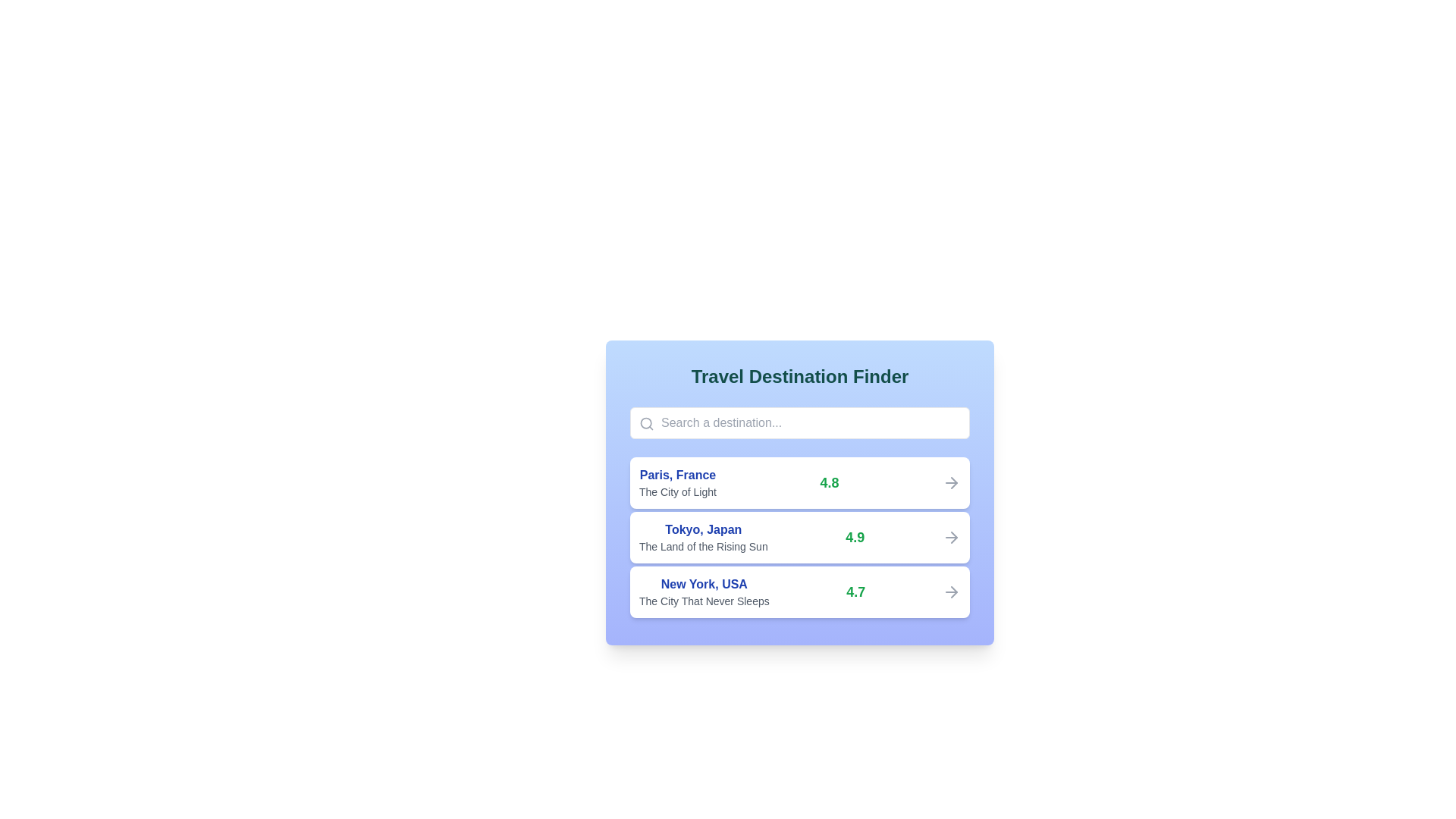 The image size is (1456, 819). Describe the element at coordinates (702, 547) in the screenshot. I see `the second line of static text that provides descriptive information about the location 'Tokyo, Japan', positioned directly below the main title in a vertical list of destinations` at that location.